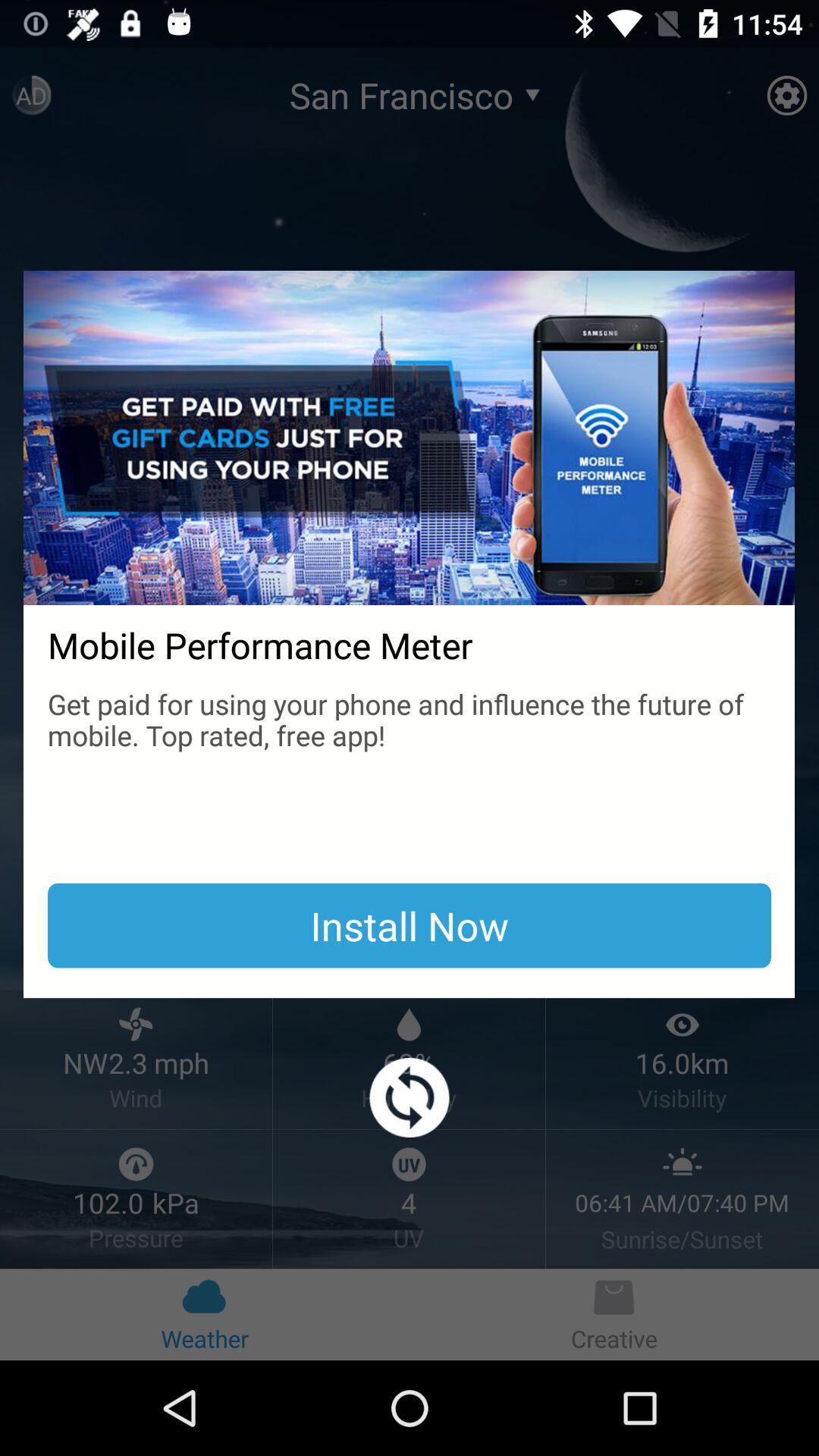 This screenshot has width=819, height=1456. What do you see at coordinates (409, 1097) in the screenshot?
I see `the item at the bottom` at bounding box center [409, 1097].